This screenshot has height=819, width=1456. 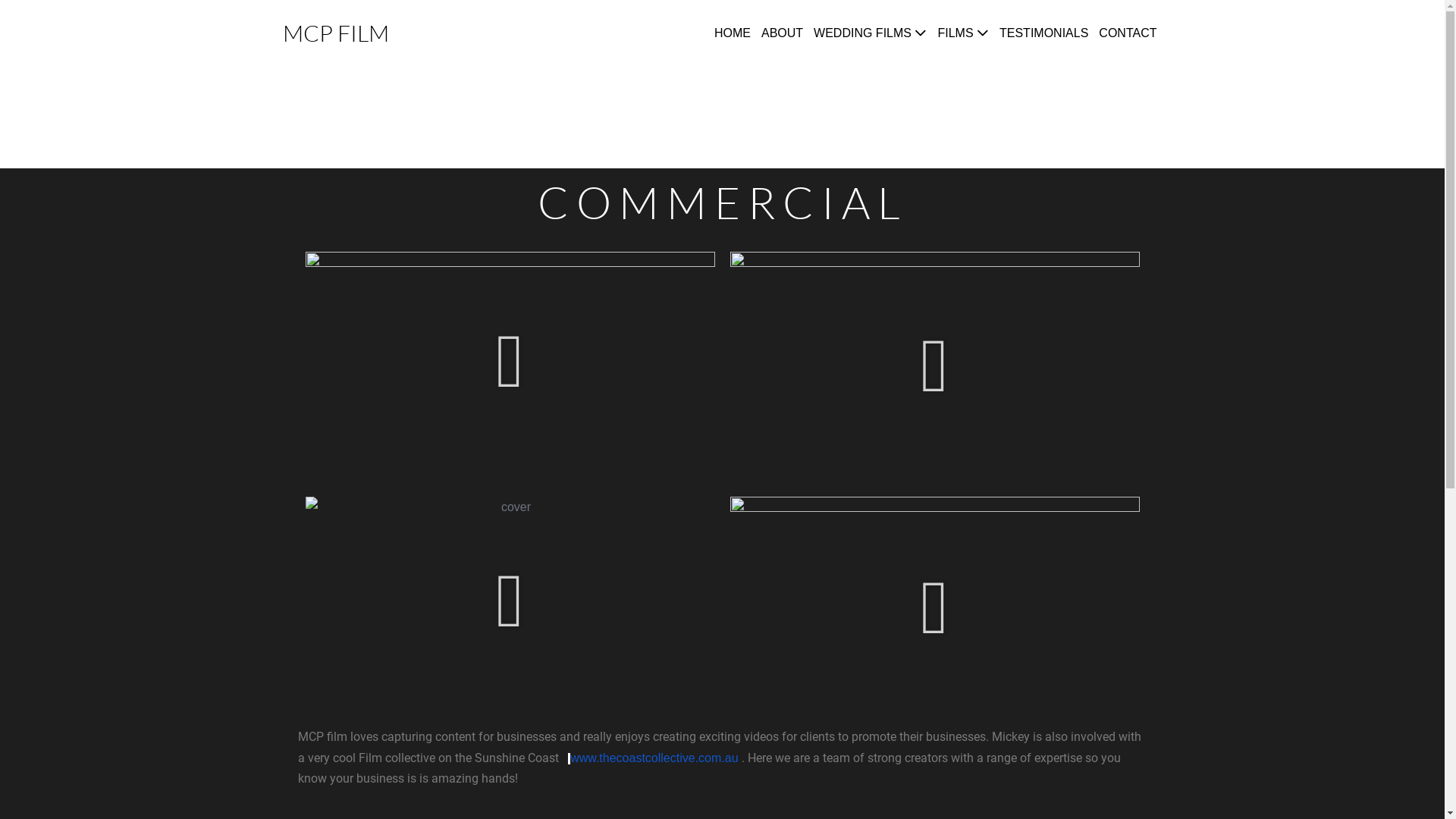 I want to click on 'FILMS', so click(x=962, y=33).